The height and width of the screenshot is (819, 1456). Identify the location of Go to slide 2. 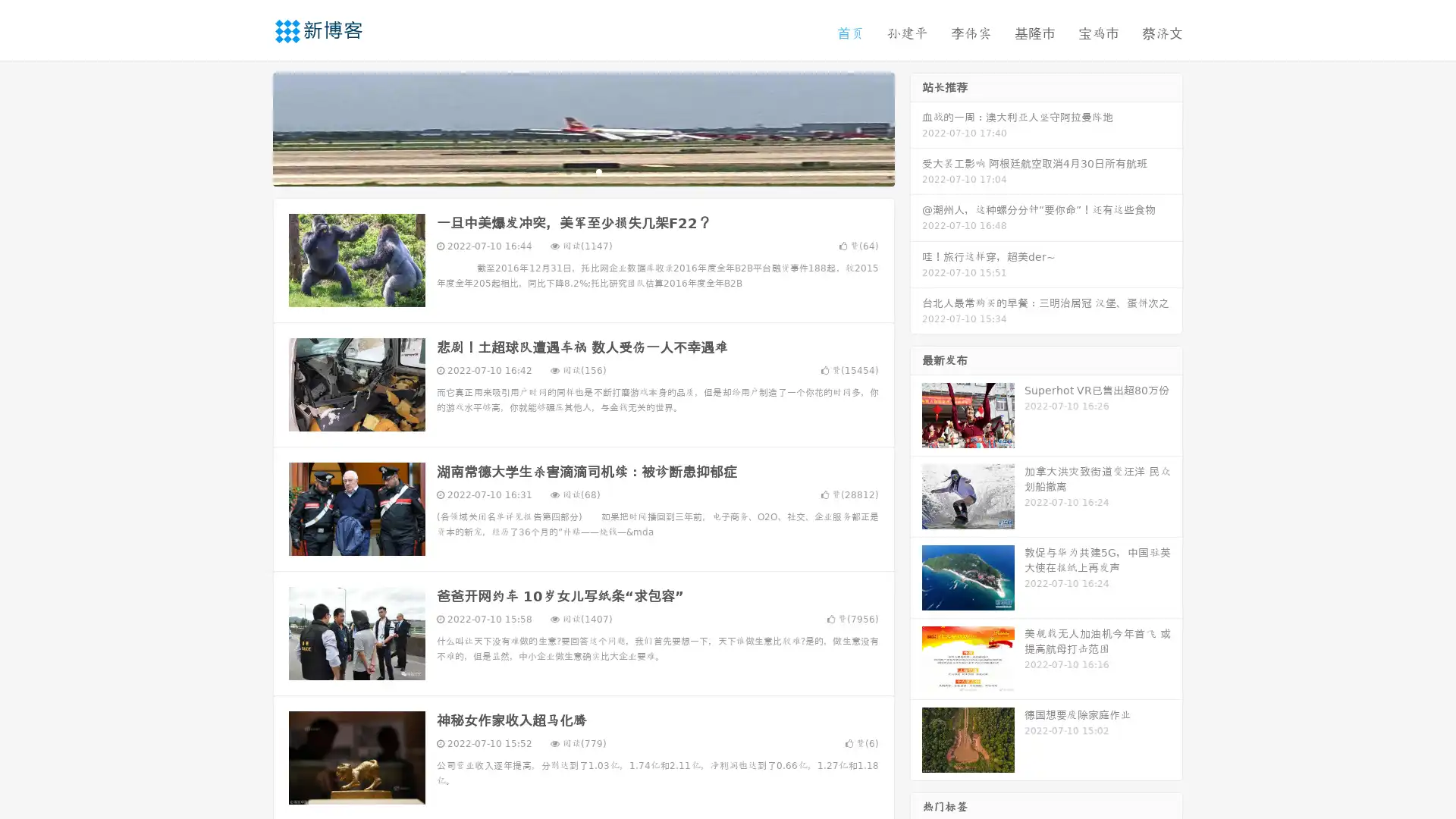
(582, 171).